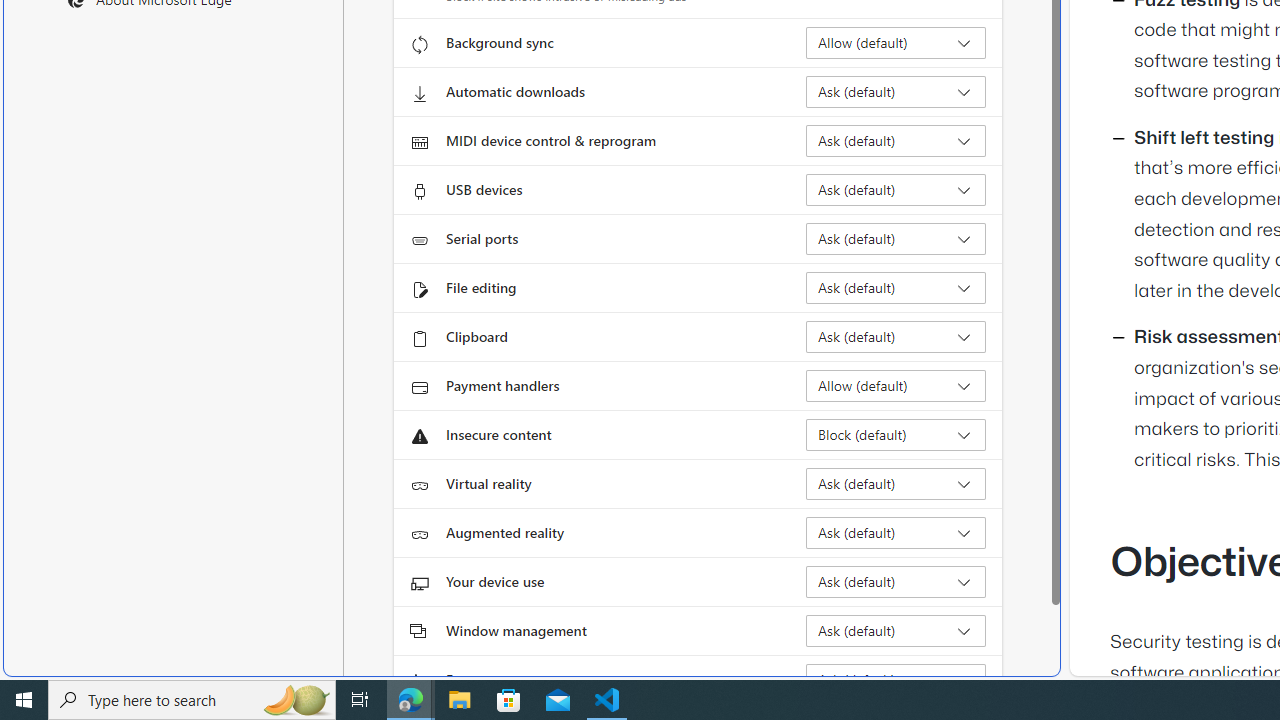 Image resolution: width=1280 pixels, height=720 pixels. What do you see at coordinates (895, 631) in the screenshot?
I see `'Window management Ask (default)'` at bounding box center [895, 631].